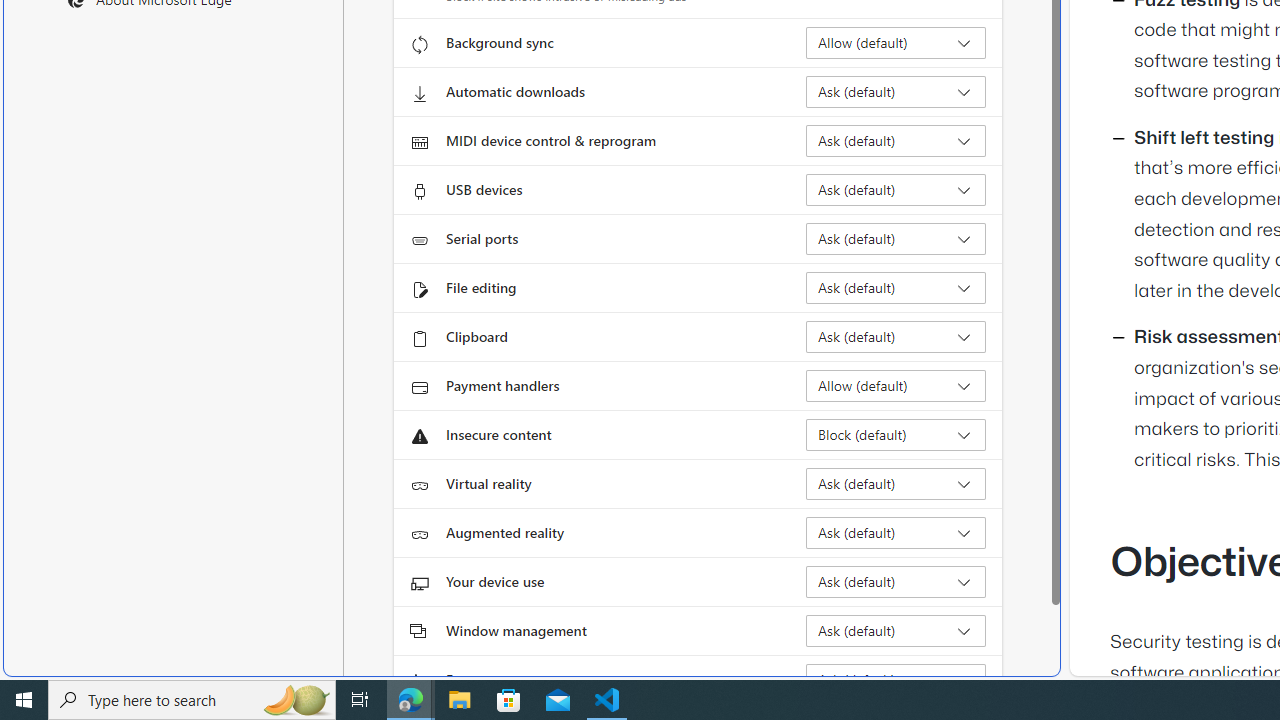 Image resolution: width=1280 pixels, height=720 pixels. What do you see at coordinates (895, 631) in the screenshot?
I see `'Window management Ask (default)'` at bounding box center [895, 631].